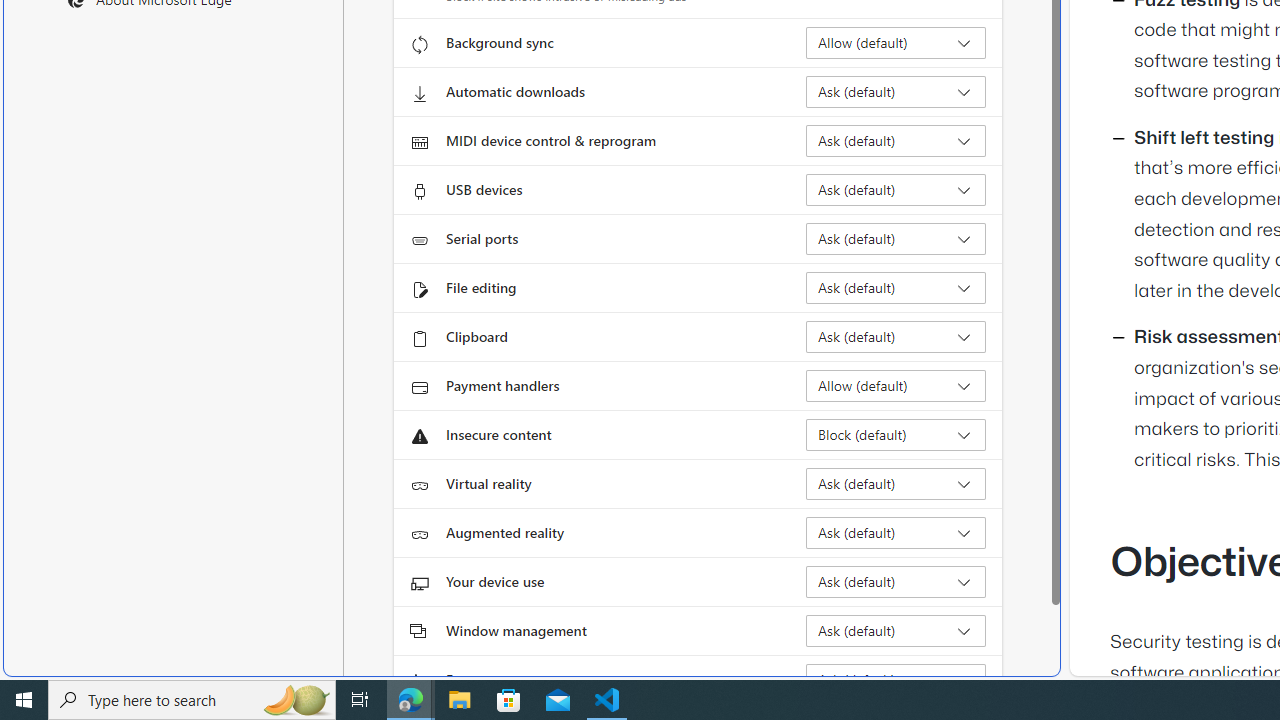 Image resolution: width=1280 pixels, height=720 pixels. What do you see at coordinates (895, 631) in the screenshot?
I see `'Window management Ask (default)'` at bounding box center [895, 631].